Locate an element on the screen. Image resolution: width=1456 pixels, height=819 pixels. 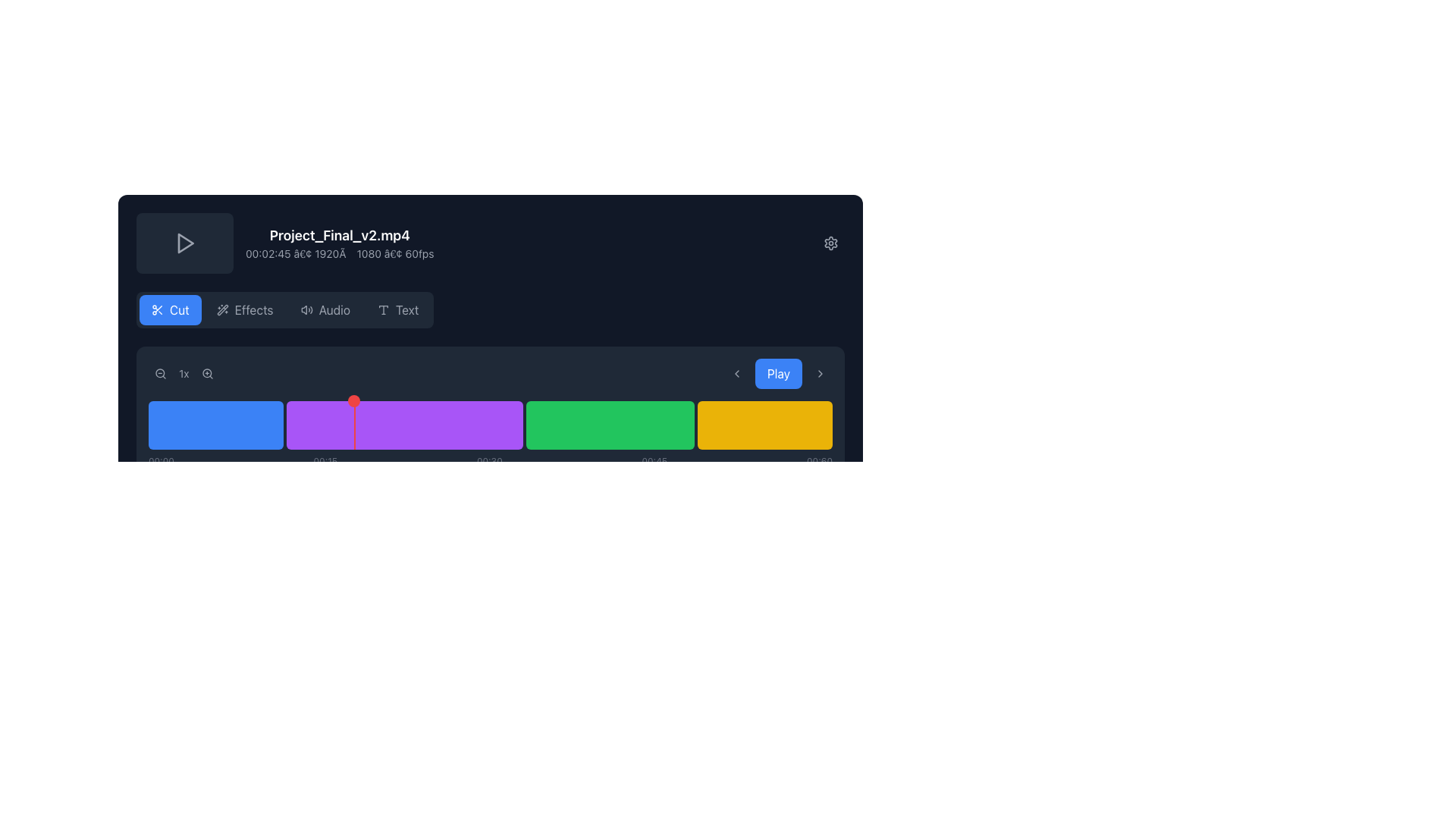
the gear icon located at the top right corner of the interface is located at coordinates (830, 242).